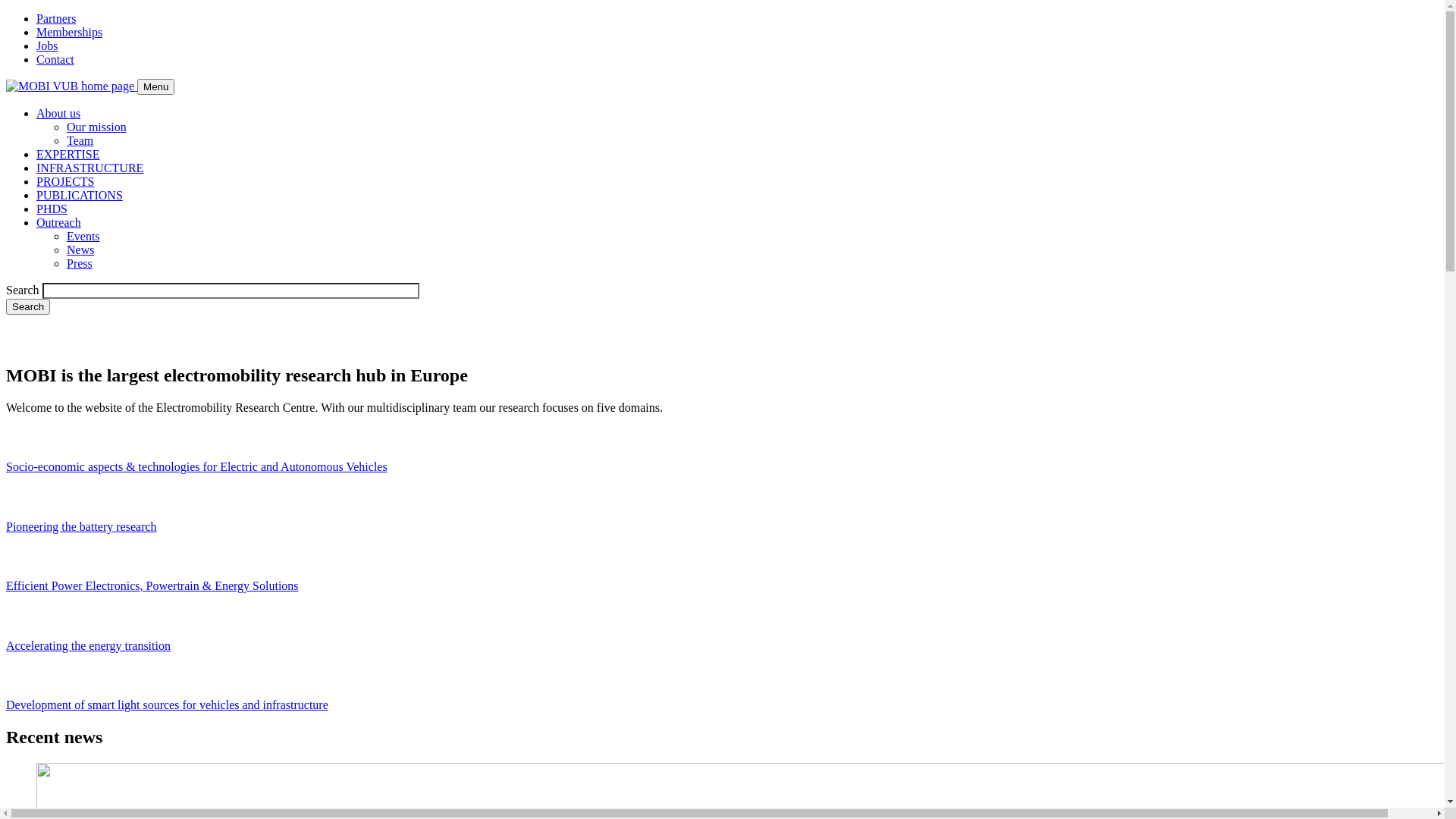  Describe the element at coordinates (87, 645) in the screenshot. I see `'Accelerating the energy transition'` at that location.